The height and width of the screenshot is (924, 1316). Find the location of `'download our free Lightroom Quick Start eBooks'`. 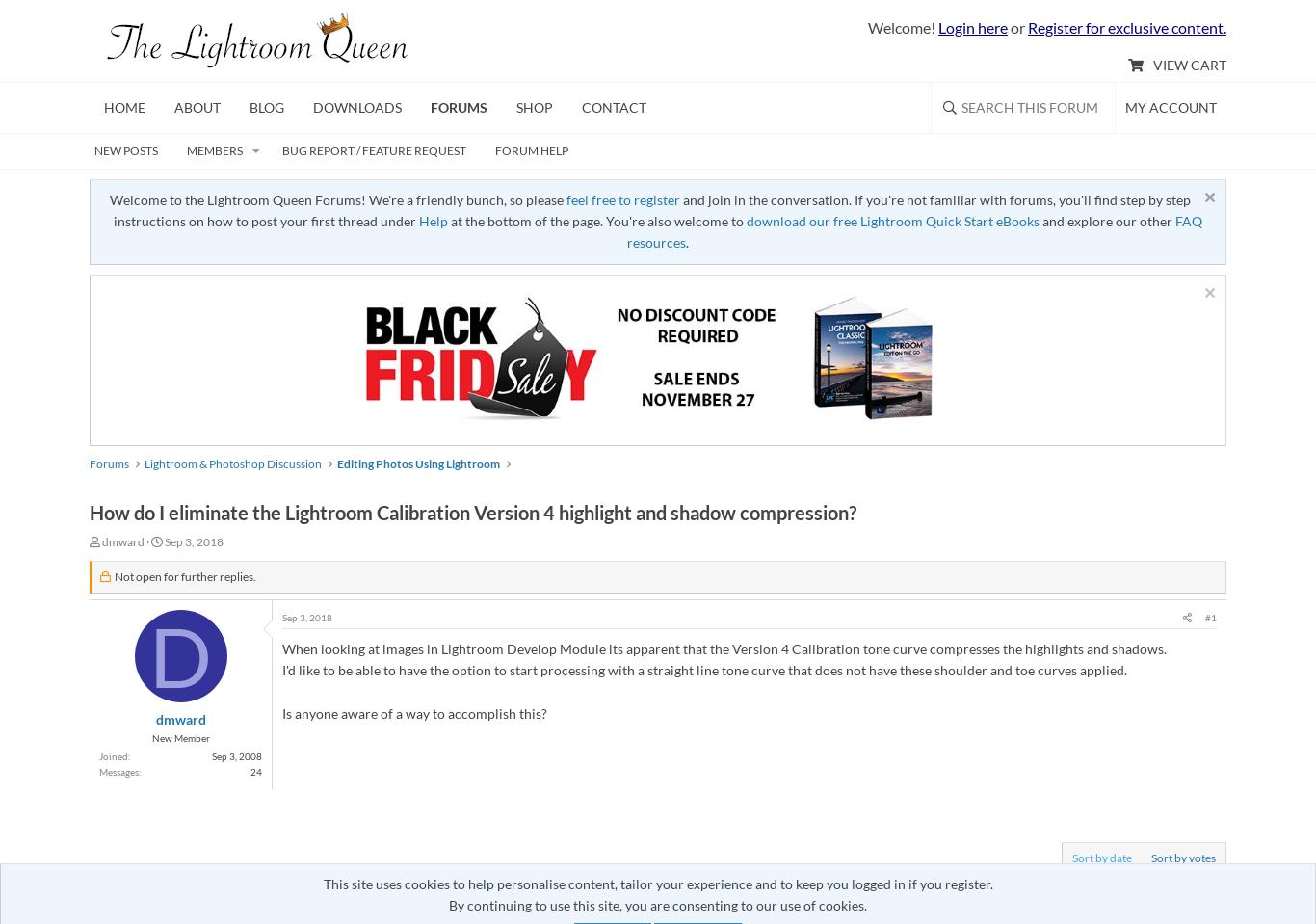

'download our free Lightroom Quick Start eBooks' is located at coordinates (746, 220).